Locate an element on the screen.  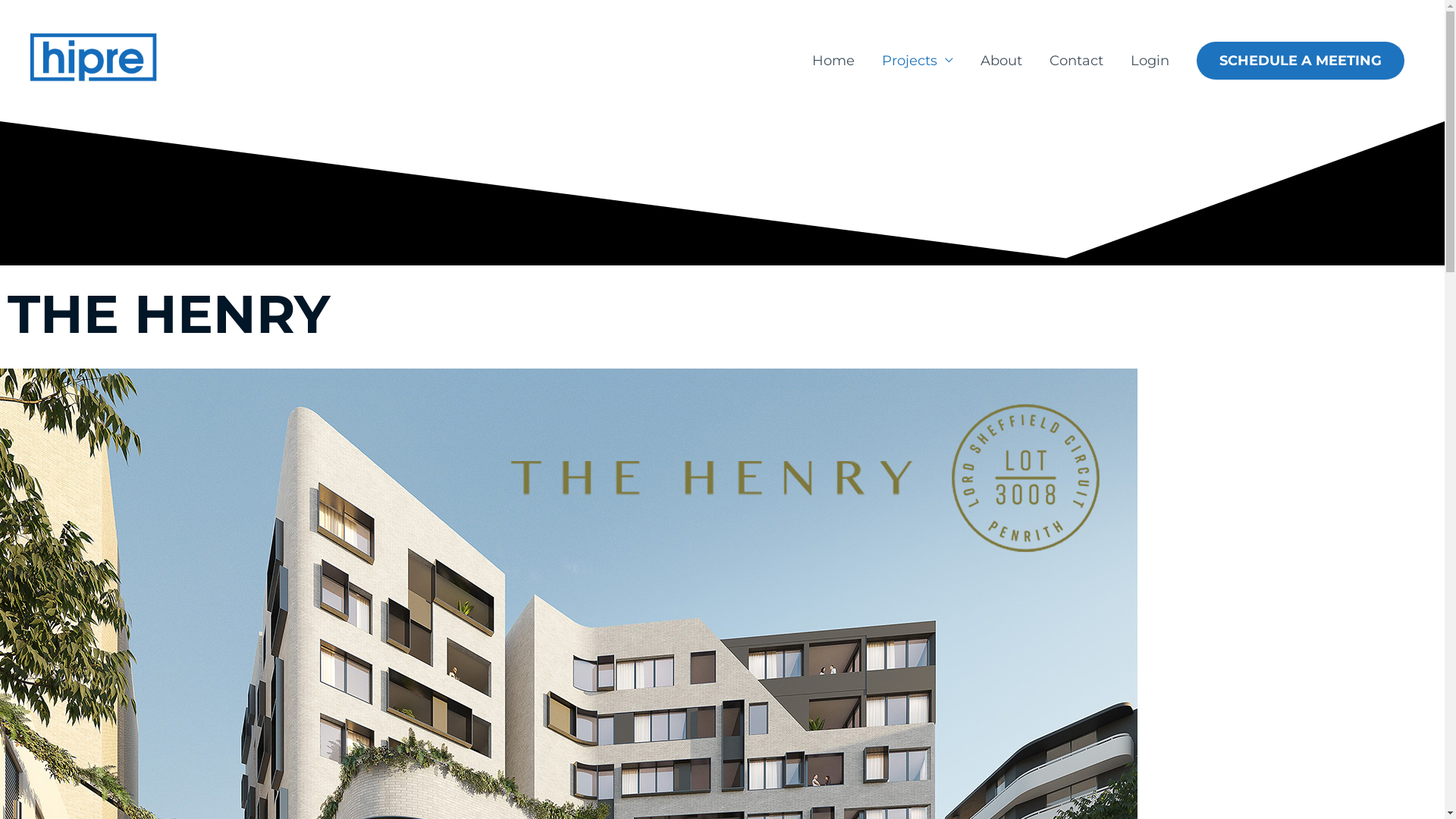
'Login' is located at coordinates (1117, 60).